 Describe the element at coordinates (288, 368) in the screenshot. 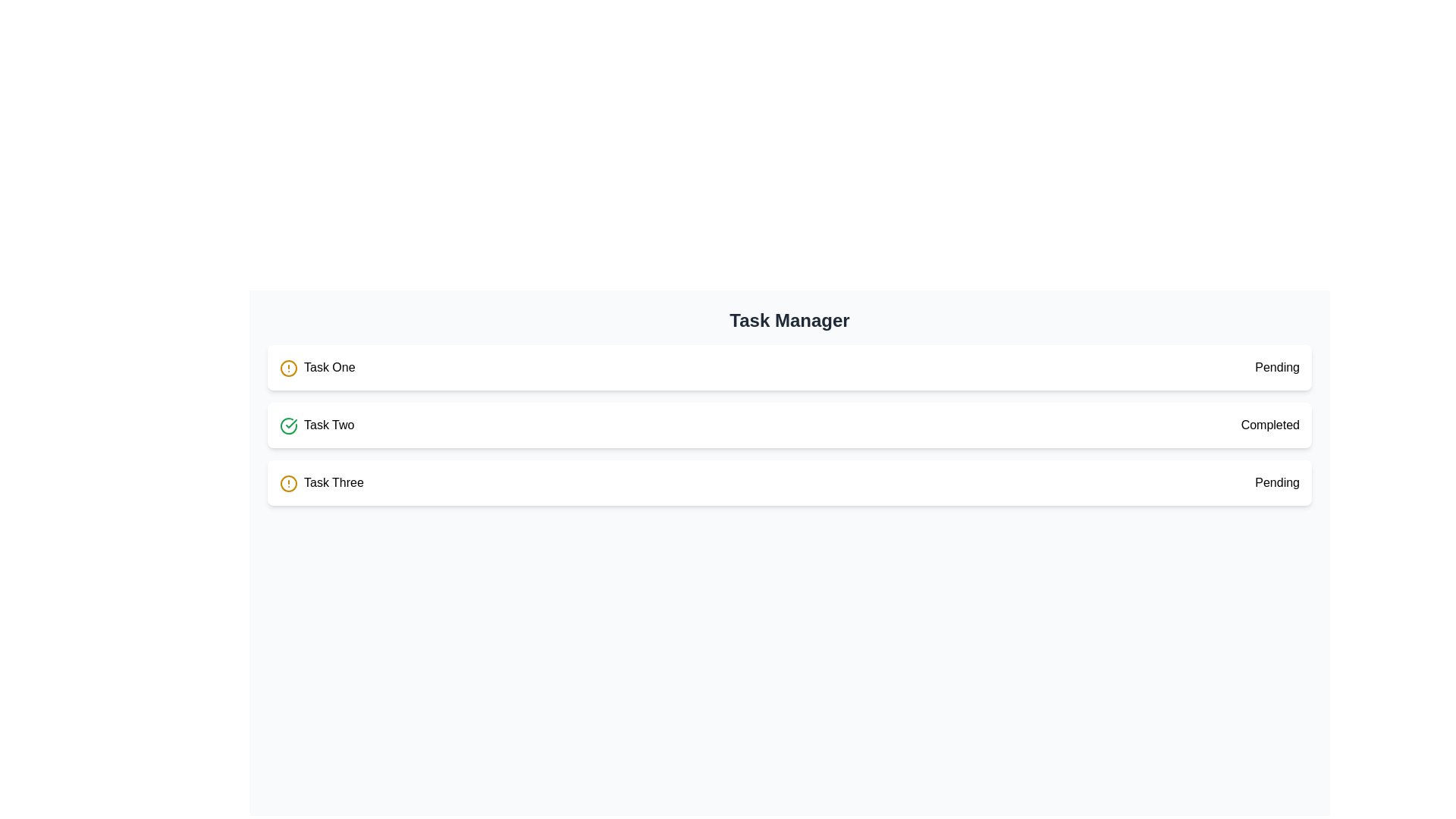

I see `the circular icon with a yellow outline and an exclamation mark, located on the left side of the row for Task One` at that location.